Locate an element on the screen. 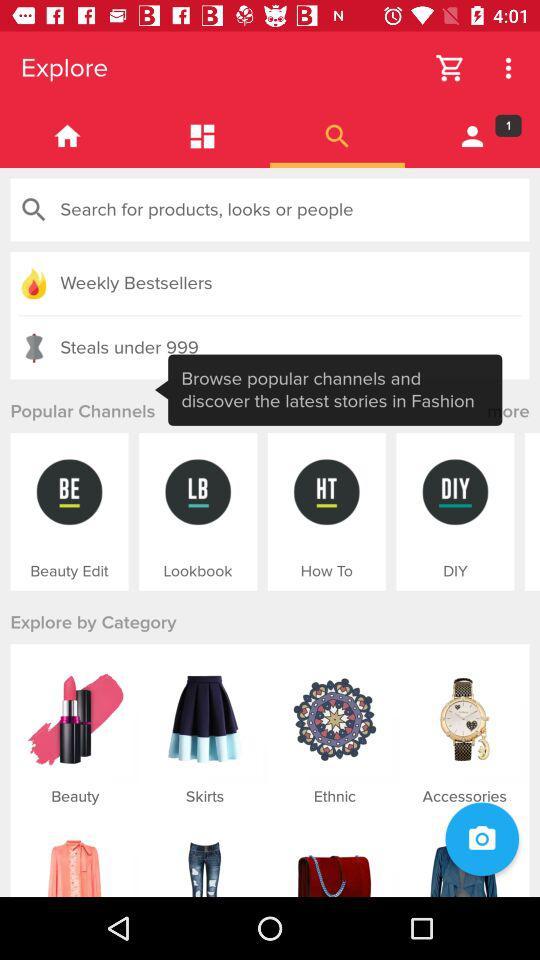  search for products is located at coordinates (270, 210).